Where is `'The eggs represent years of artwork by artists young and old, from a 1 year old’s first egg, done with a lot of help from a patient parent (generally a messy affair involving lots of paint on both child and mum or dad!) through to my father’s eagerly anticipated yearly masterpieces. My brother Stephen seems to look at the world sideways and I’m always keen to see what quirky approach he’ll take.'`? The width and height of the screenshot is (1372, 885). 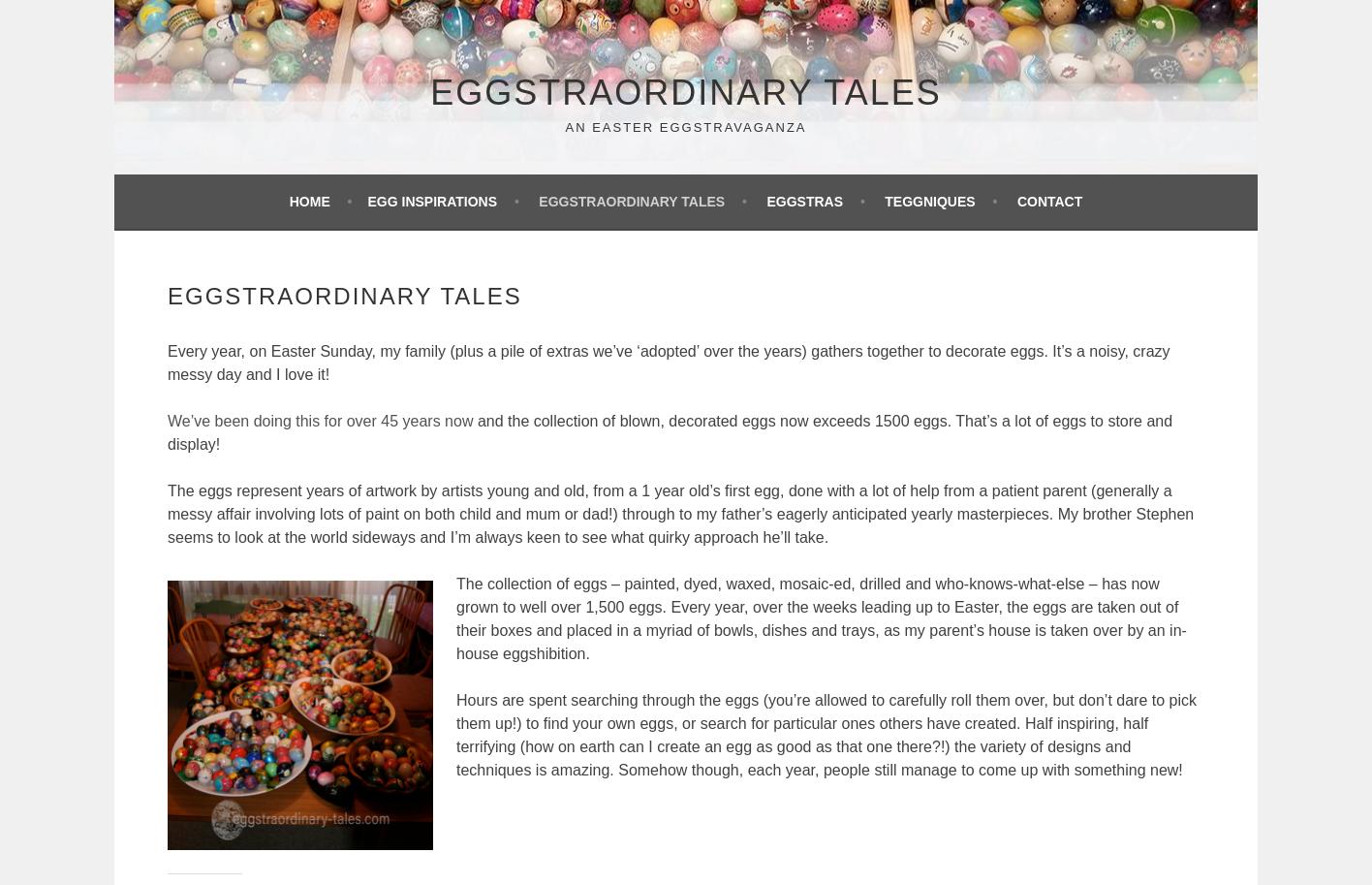
'The eggs represent years of artwork by artists young and old, from a 1 year old’s first egg, done with a lot of help from a patient parent (generally a messy affair involving lots of paint on both child and mum or dad!) through to my father’s eagerly anticipated yearly masterpieces. My brother Stephen seems to look at the world sideways and I’m always keen to see what quirky approach he’ll take.' is located at coordinates (679, 513).